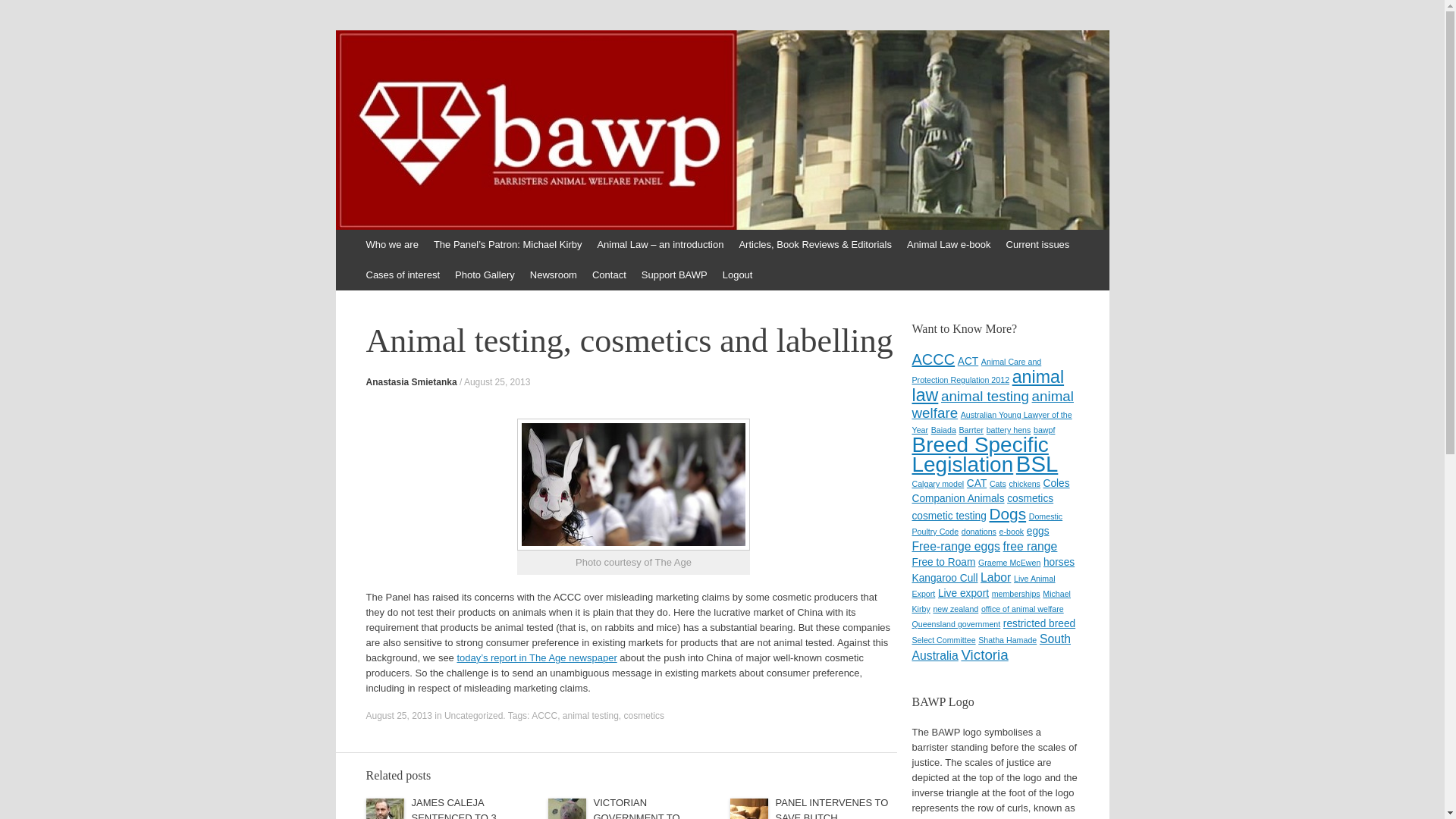  What do you see at coordinates (954, 607) in the screenshot?
I see `'new zealand'` at bounding box center [954, 607].